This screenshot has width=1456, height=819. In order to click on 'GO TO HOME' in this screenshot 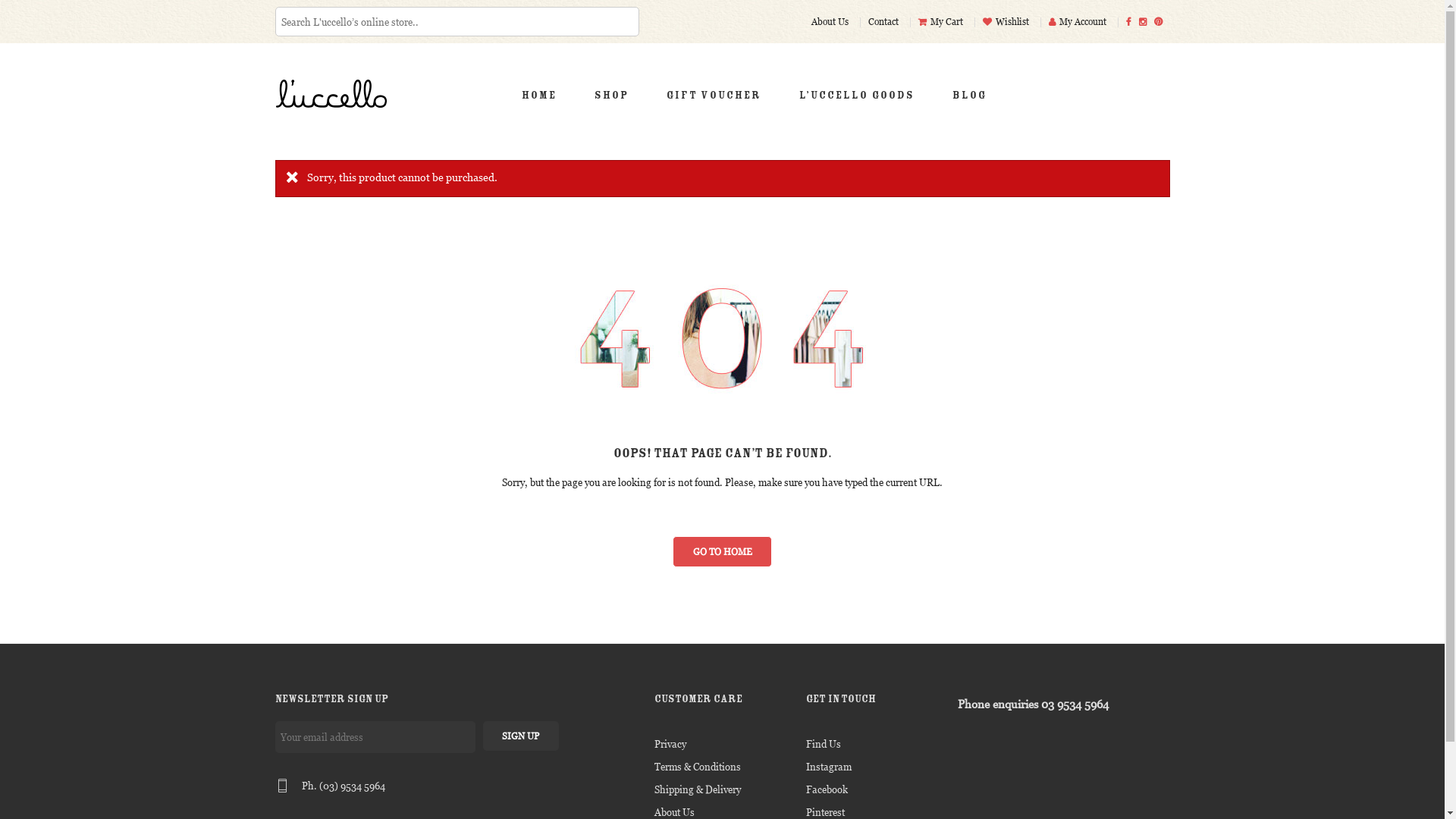, I will do `click(722, 551)`.